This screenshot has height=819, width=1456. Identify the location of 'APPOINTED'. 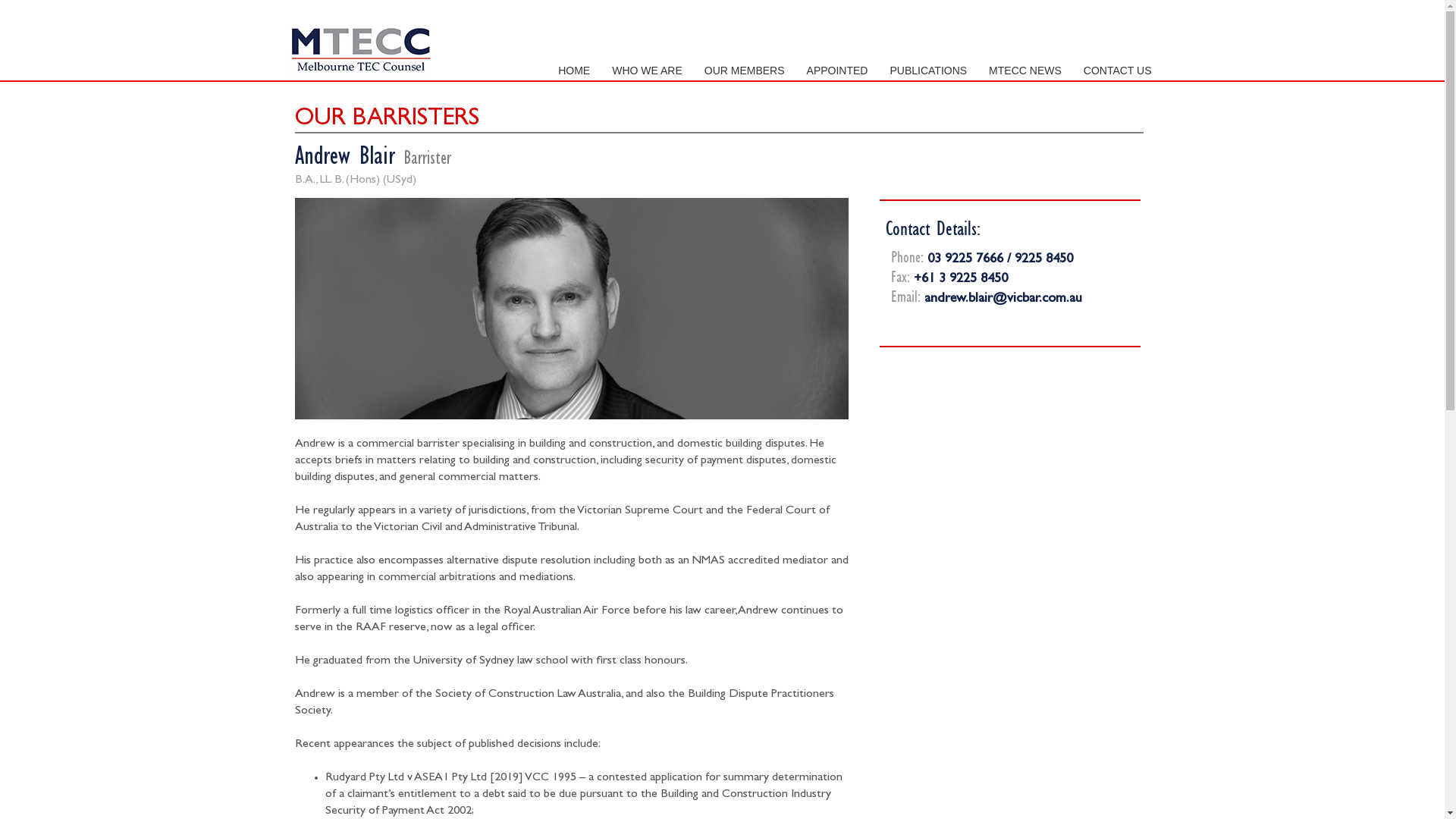
(836, 70).